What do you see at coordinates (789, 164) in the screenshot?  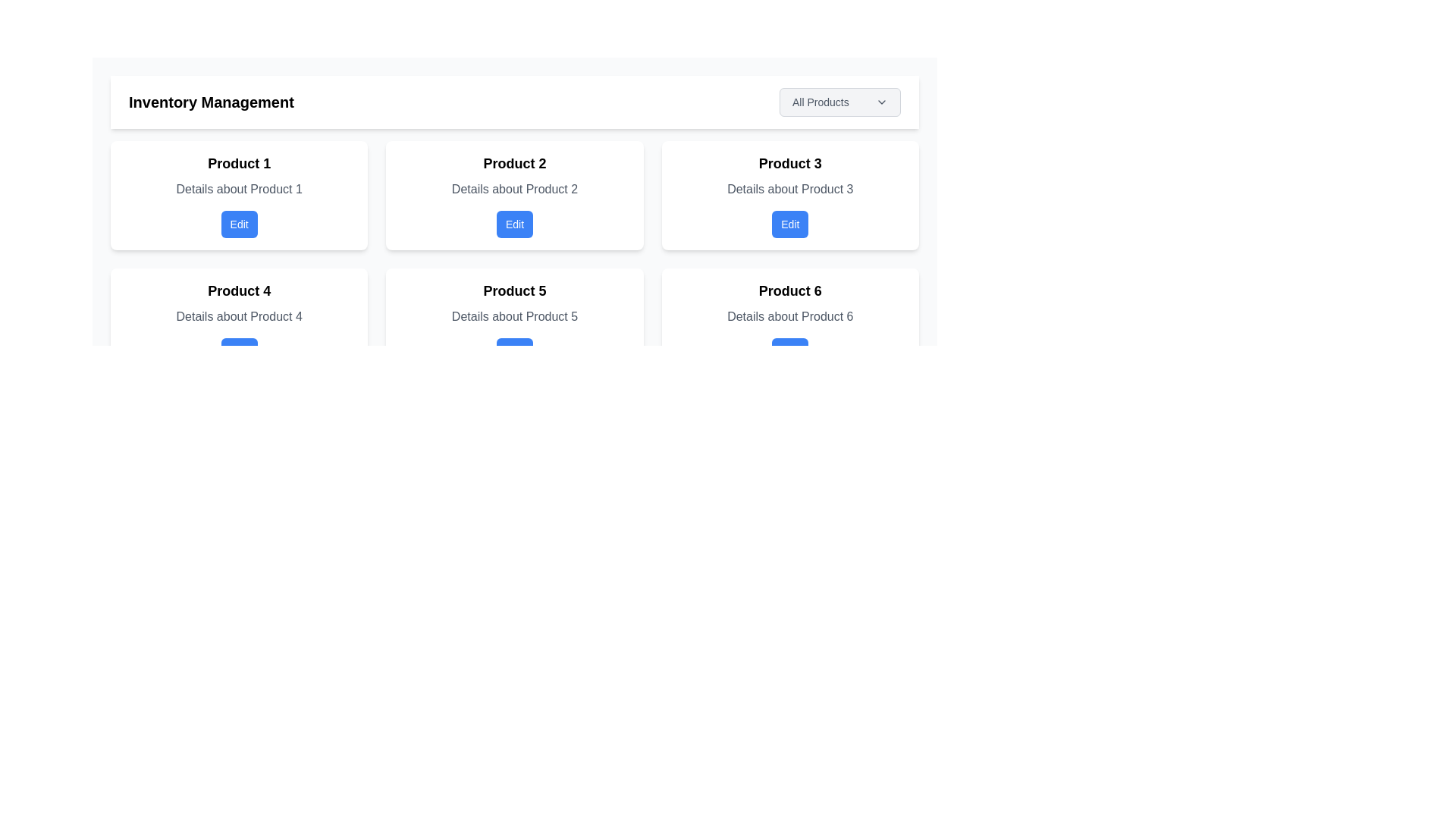 I see `text label for 'Product 3' located at the top of the product card in the second row and third column of the inventory management grid` at bounding box center [789, 164].